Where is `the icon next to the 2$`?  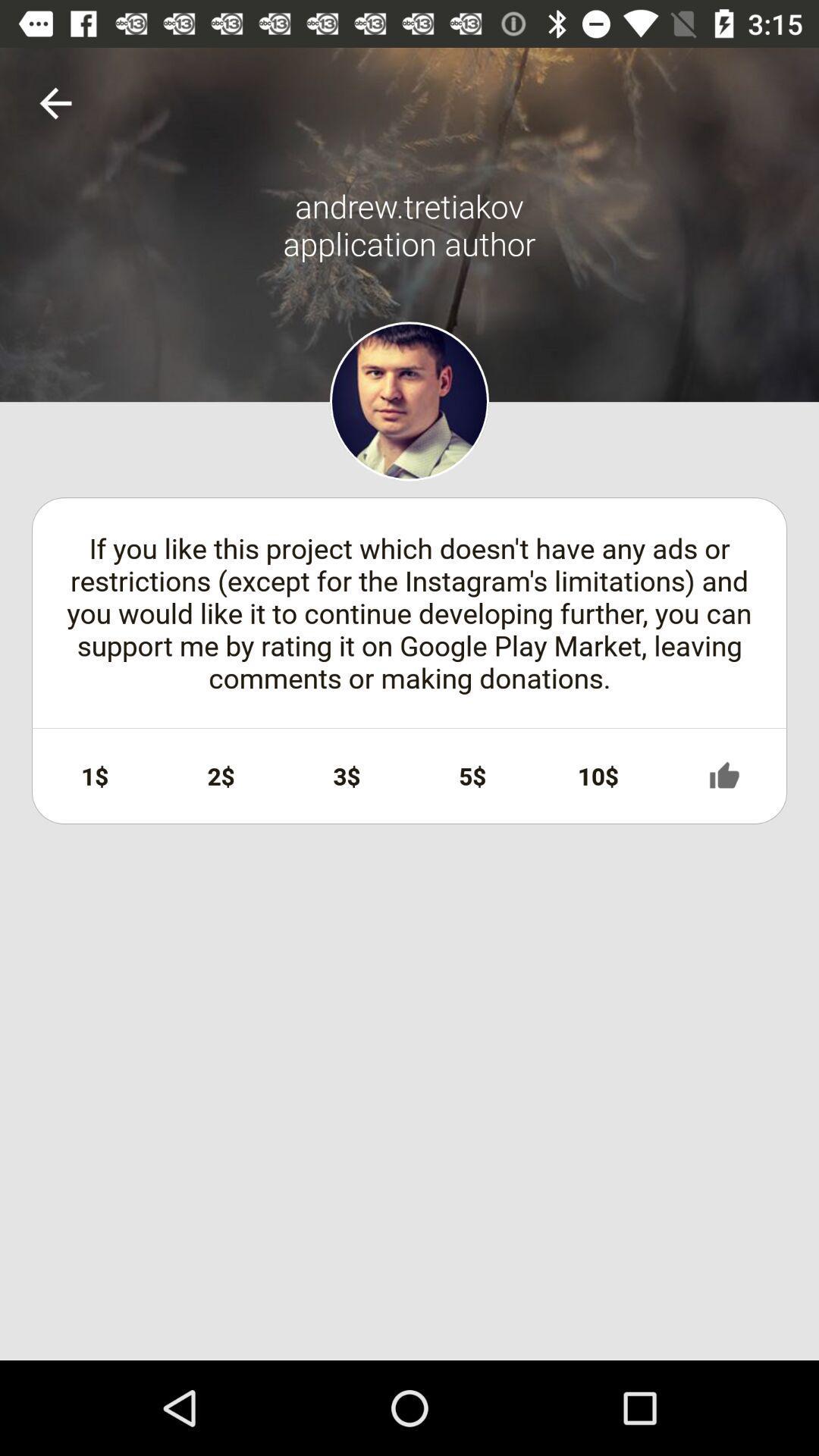 the icon next to the 2$ is located at coordinates (347, 776).